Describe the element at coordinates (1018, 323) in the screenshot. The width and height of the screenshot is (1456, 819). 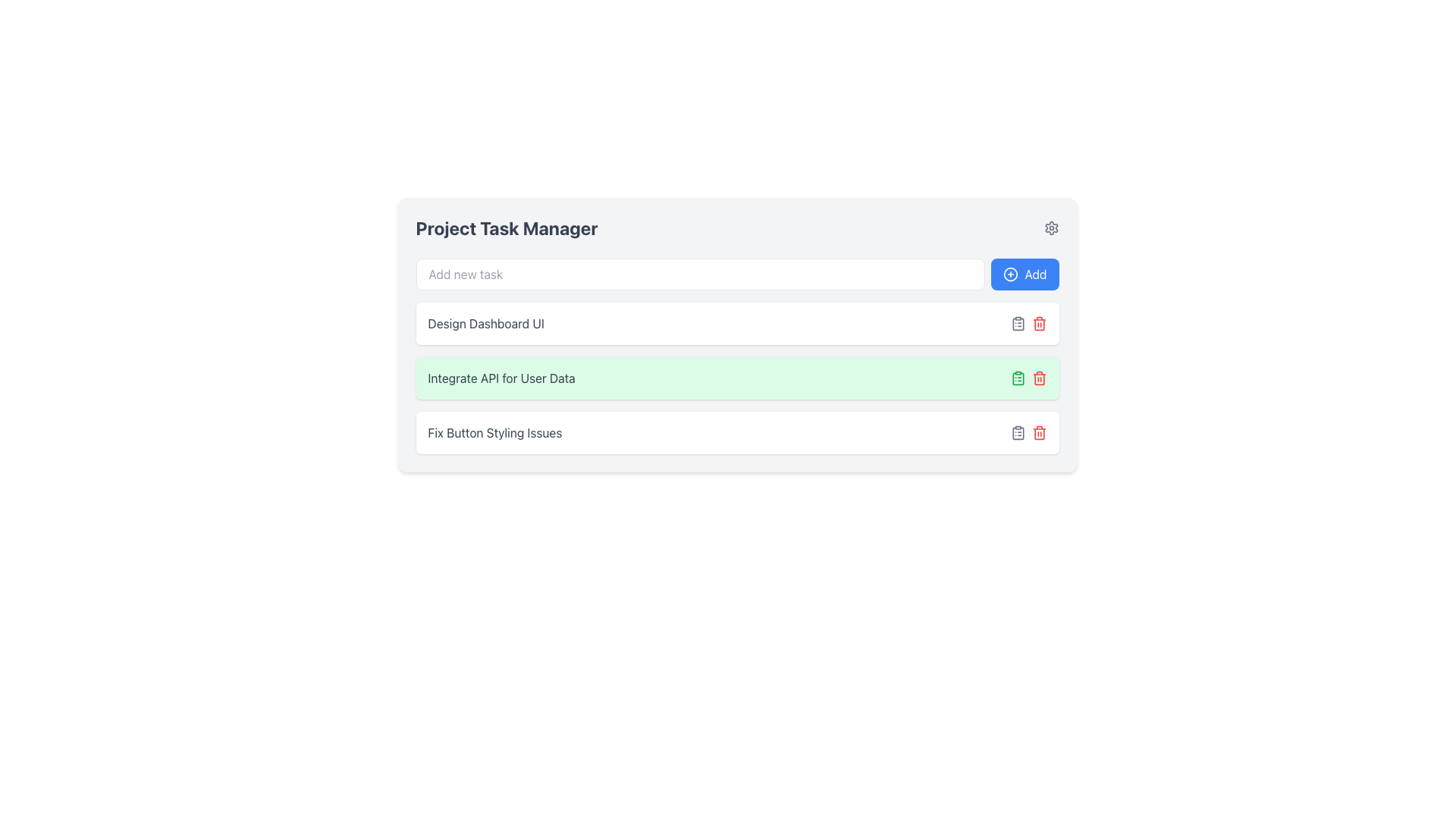
I see `the Icon button located to the left of the trash bin icon in the task manager interface to change its color` at that location.